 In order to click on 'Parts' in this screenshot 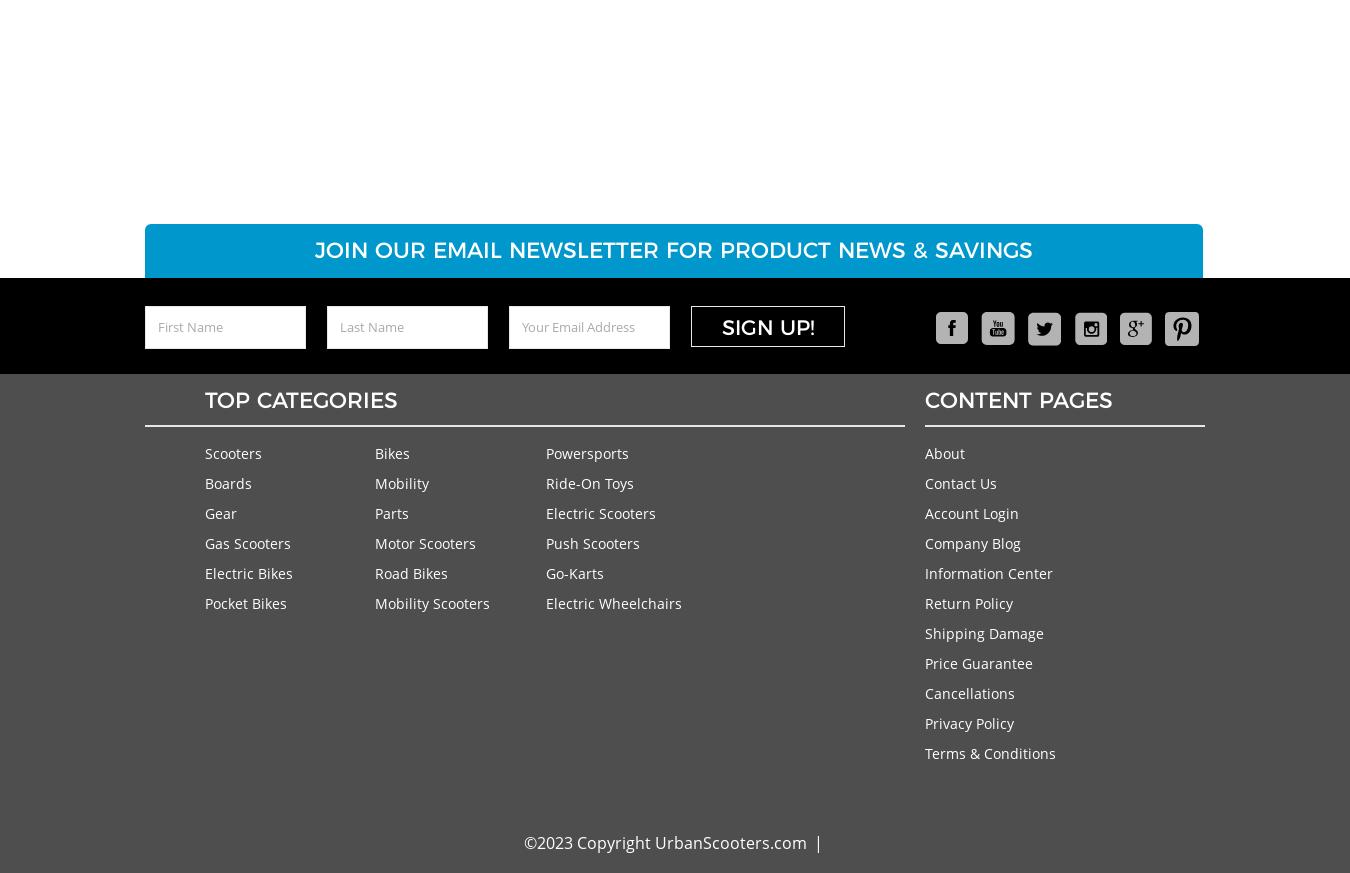, I will do `click(375, 512)`.